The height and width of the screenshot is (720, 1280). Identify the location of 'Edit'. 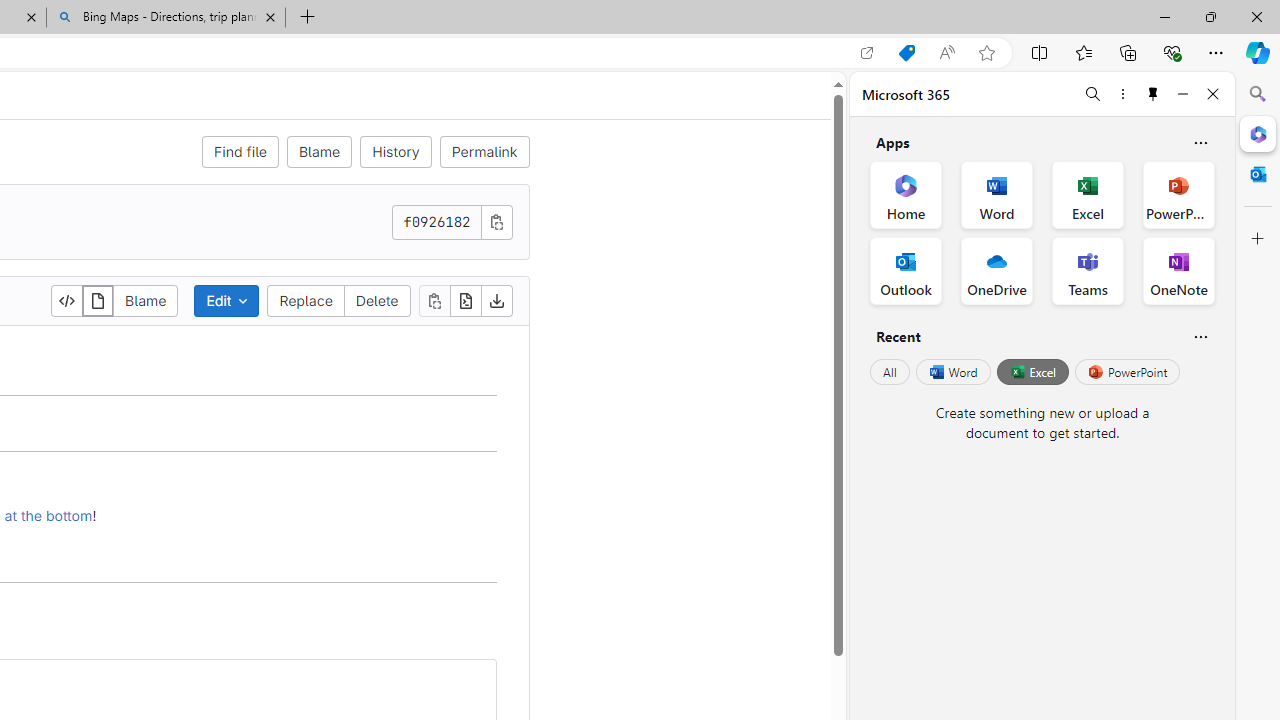
(227, 300).